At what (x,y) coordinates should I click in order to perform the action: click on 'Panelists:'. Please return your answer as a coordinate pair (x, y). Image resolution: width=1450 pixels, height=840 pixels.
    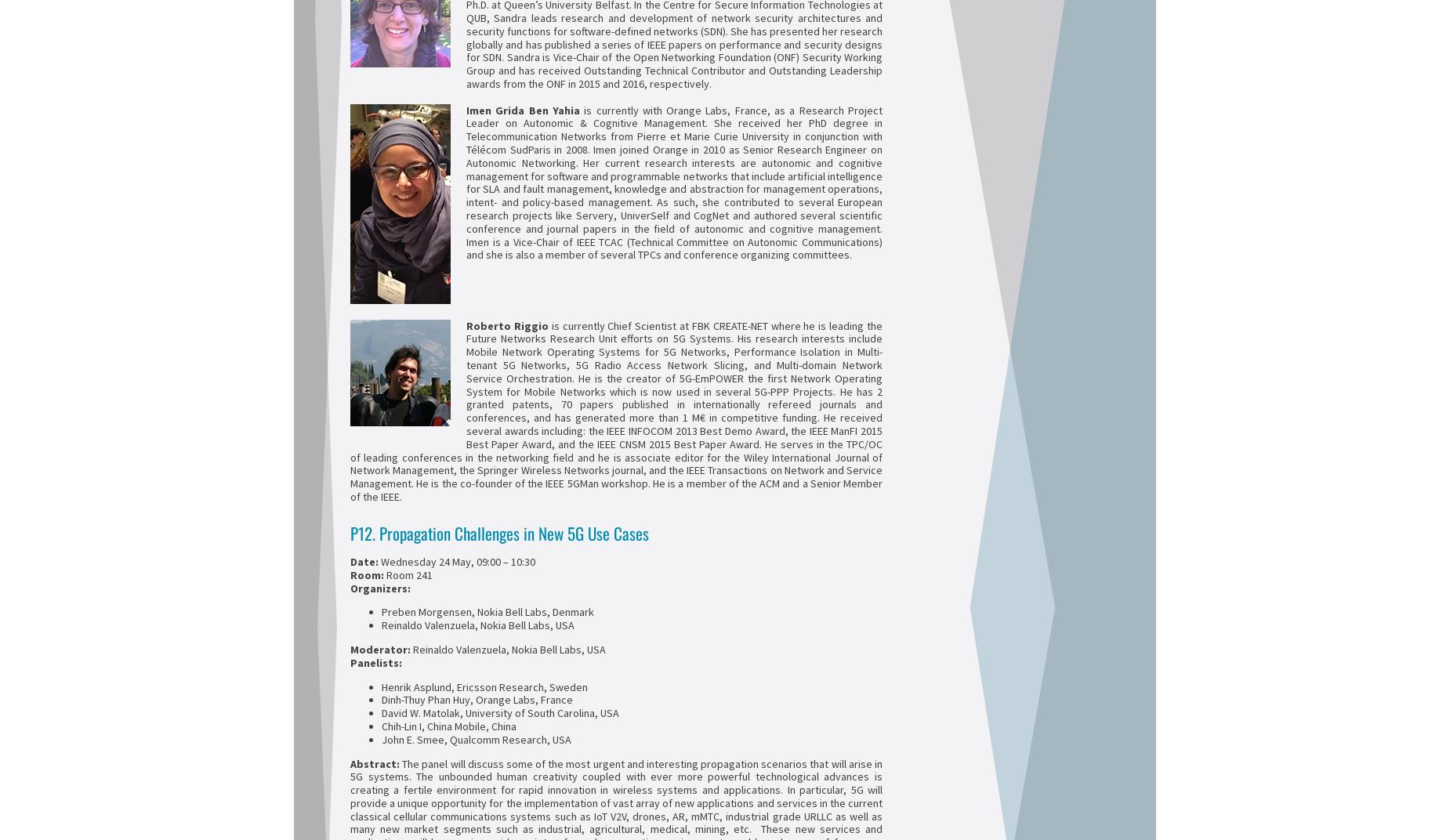
    Looking at the image, I should click on (376, 661).